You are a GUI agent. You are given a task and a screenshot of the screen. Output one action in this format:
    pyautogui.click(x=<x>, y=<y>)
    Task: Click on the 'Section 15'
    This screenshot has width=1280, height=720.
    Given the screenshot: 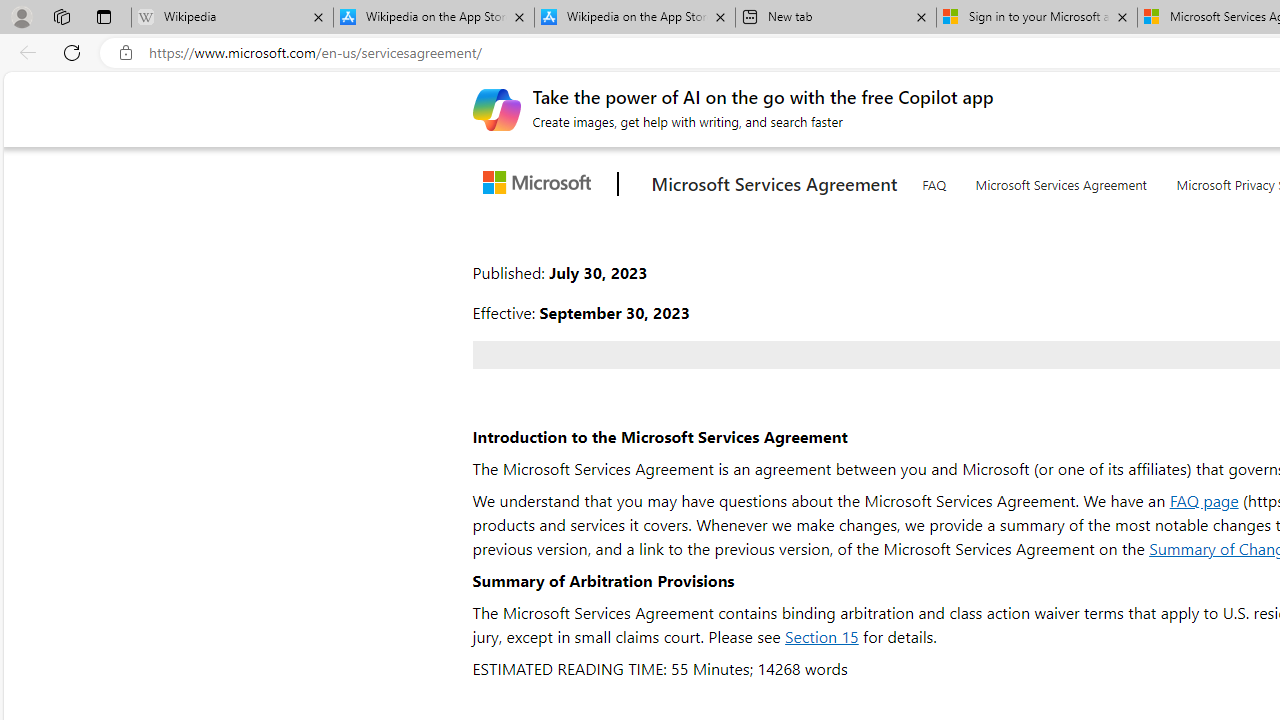 What is the action you would take?
    pyautogui.click(x=821, y=636)
    